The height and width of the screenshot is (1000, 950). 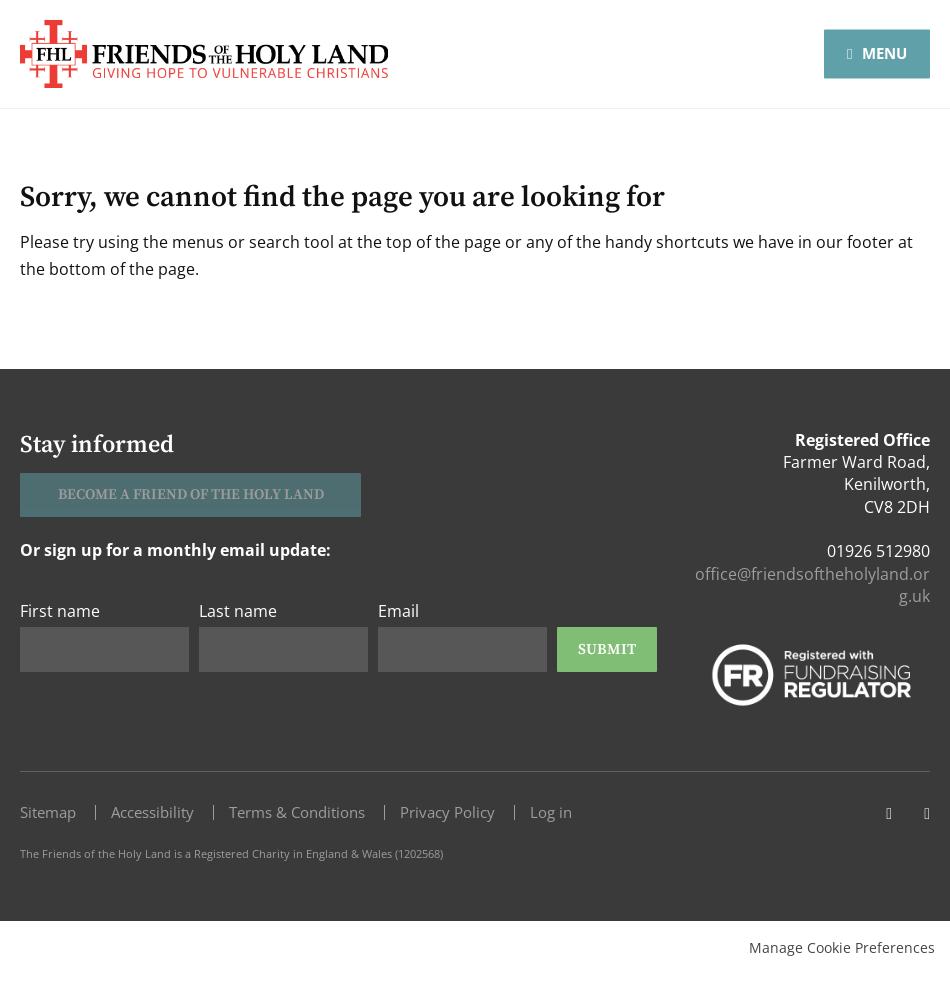 I want to click on 'First name', so click(x=62, y=610).